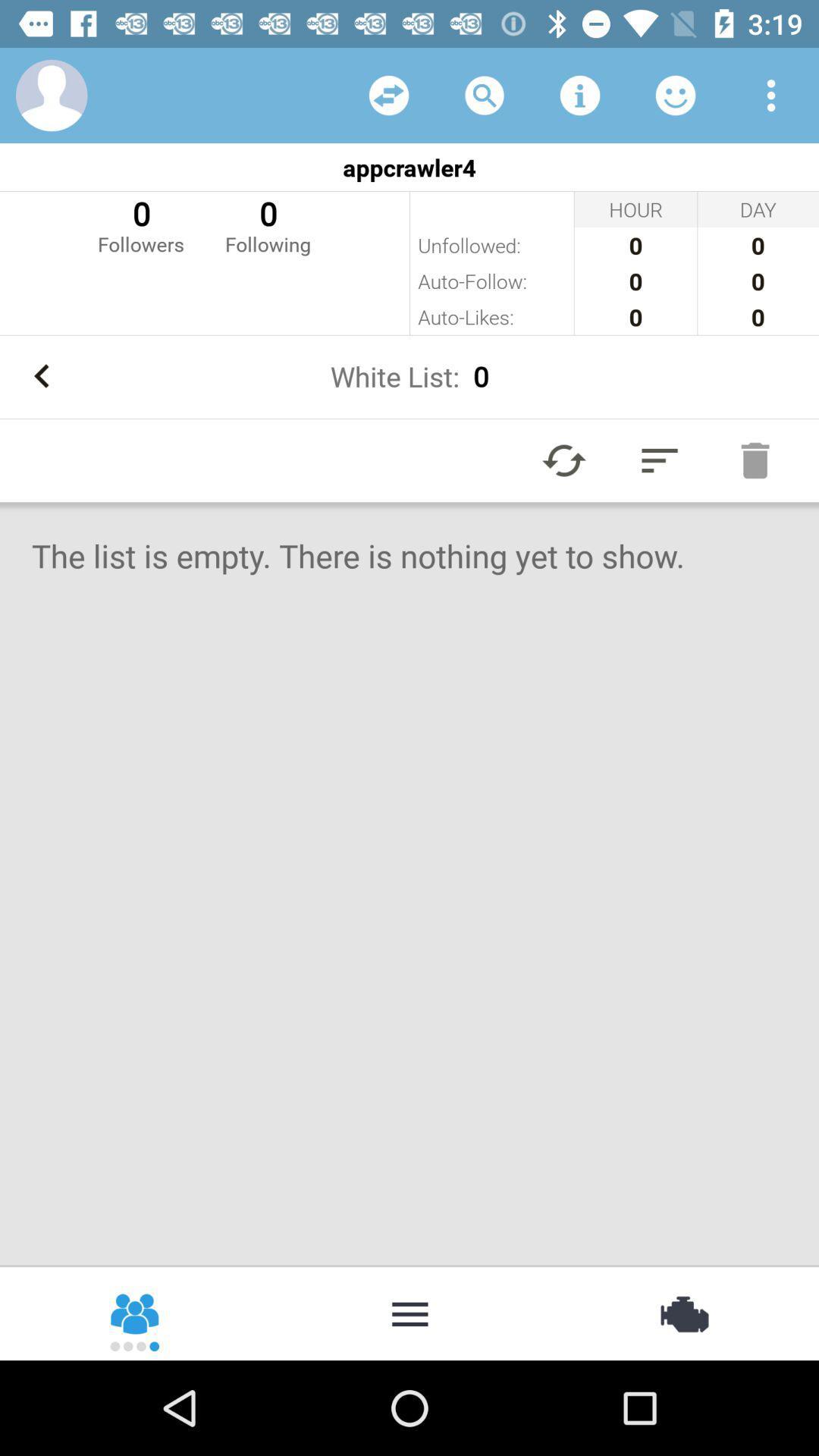 The height and width of the screenshot is (1456, 819). I want to click on go back, so click(41, 376).